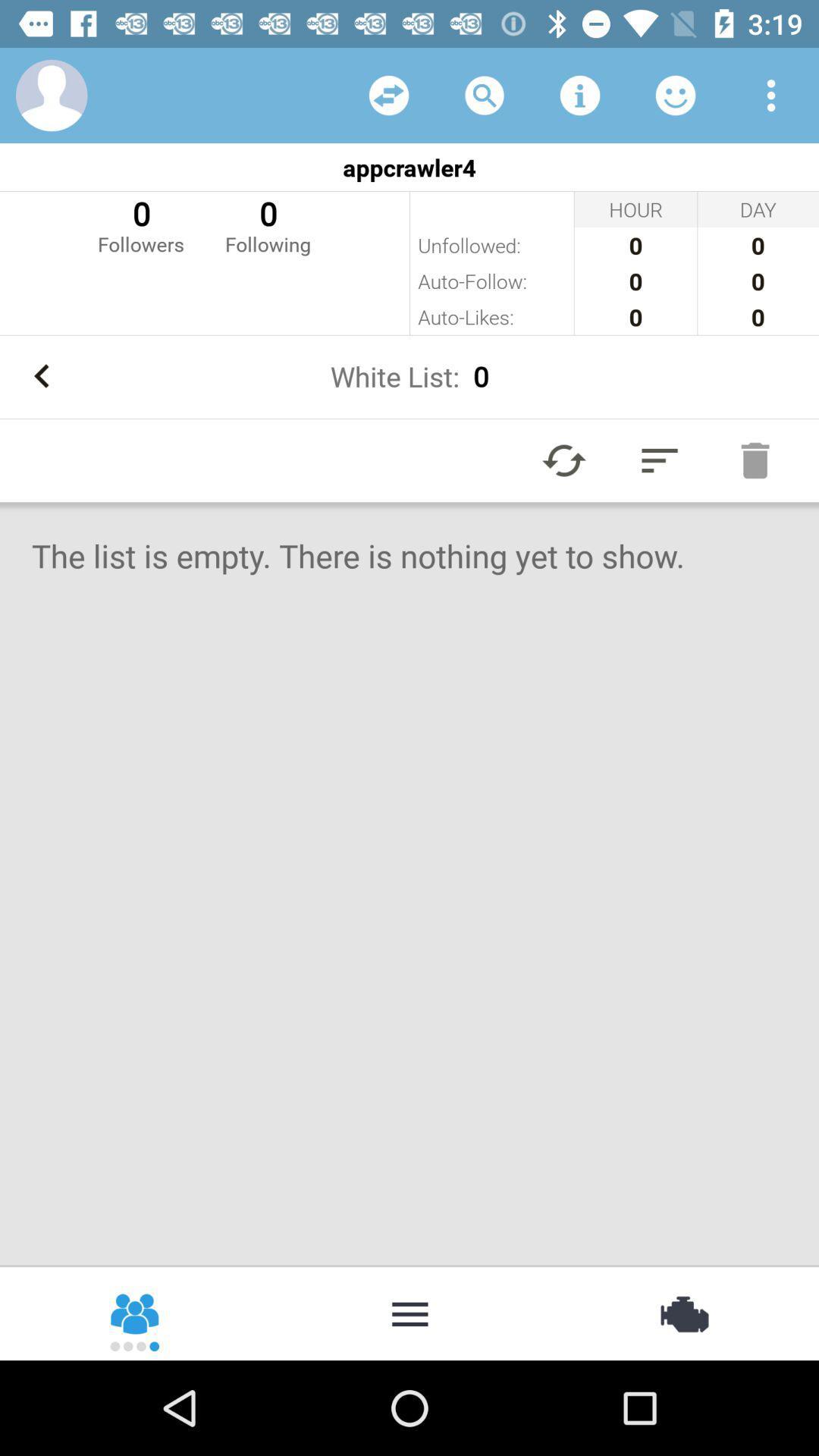 The height and width of the screenshot is (1456, 819). I want to click on go back, so click(41, 376).